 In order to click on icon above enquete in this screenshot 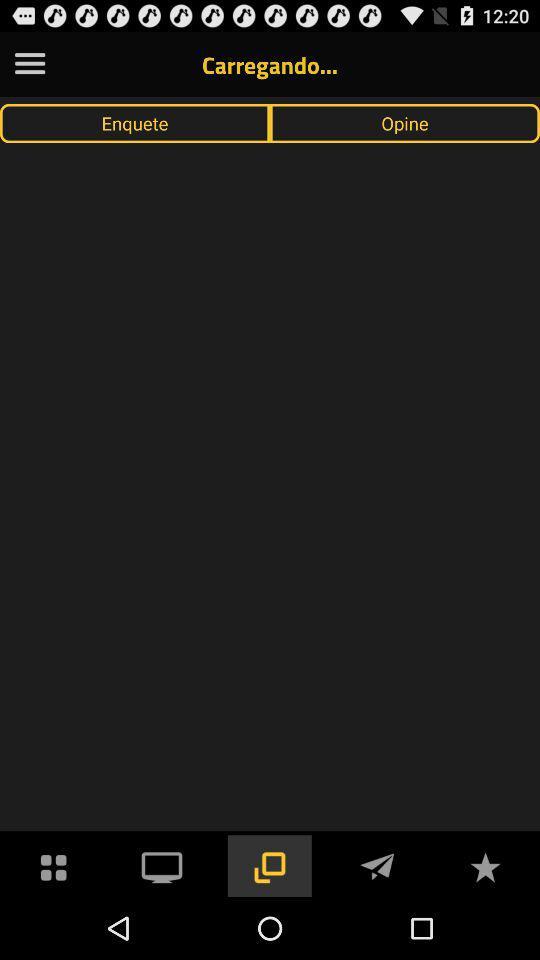, I will do `click(29, 64)`.